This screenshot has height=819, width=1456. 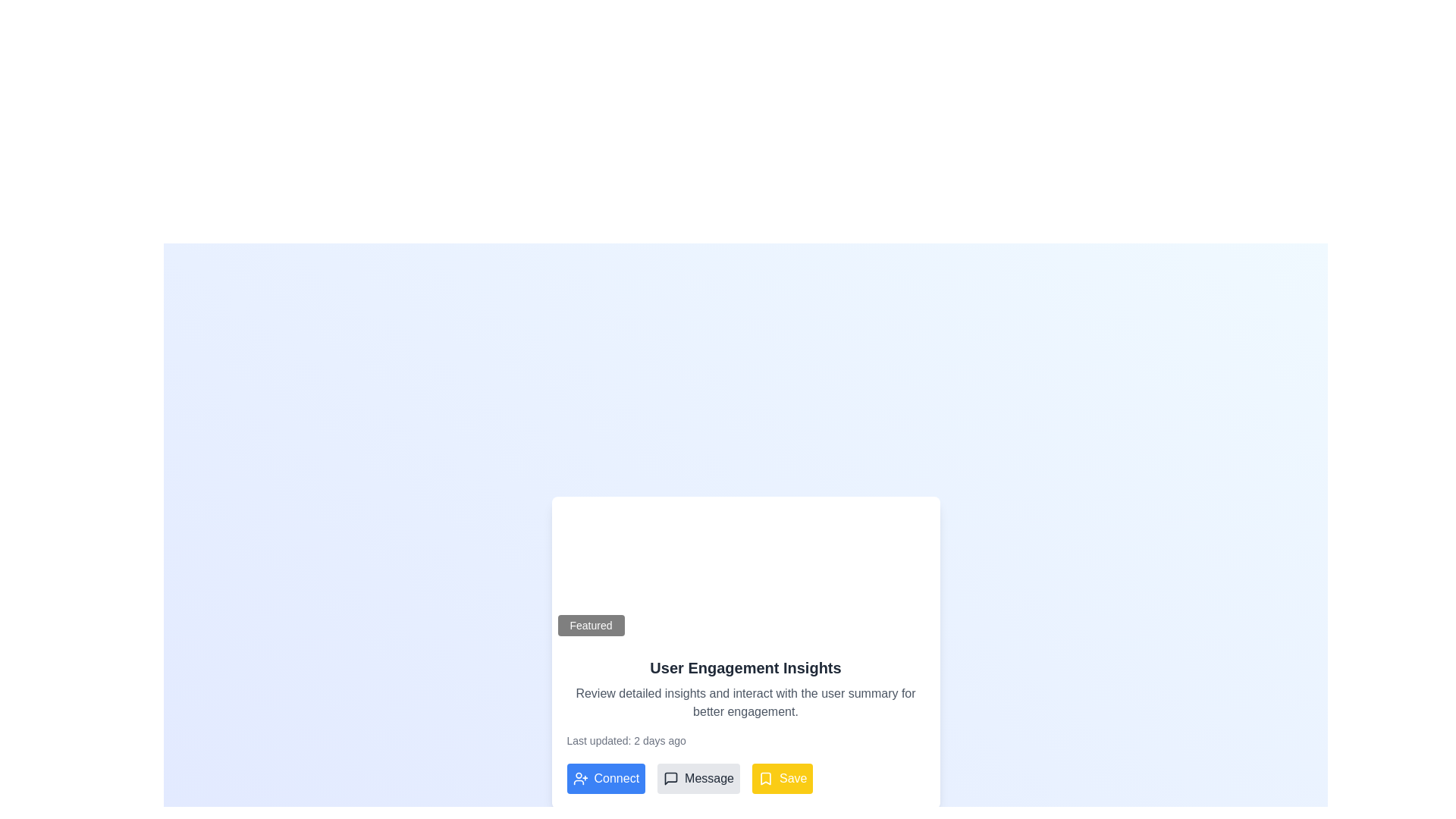 I want to click on the 'Save' button located at the bottom right corner of the card layout, so click(x=792, y=778).